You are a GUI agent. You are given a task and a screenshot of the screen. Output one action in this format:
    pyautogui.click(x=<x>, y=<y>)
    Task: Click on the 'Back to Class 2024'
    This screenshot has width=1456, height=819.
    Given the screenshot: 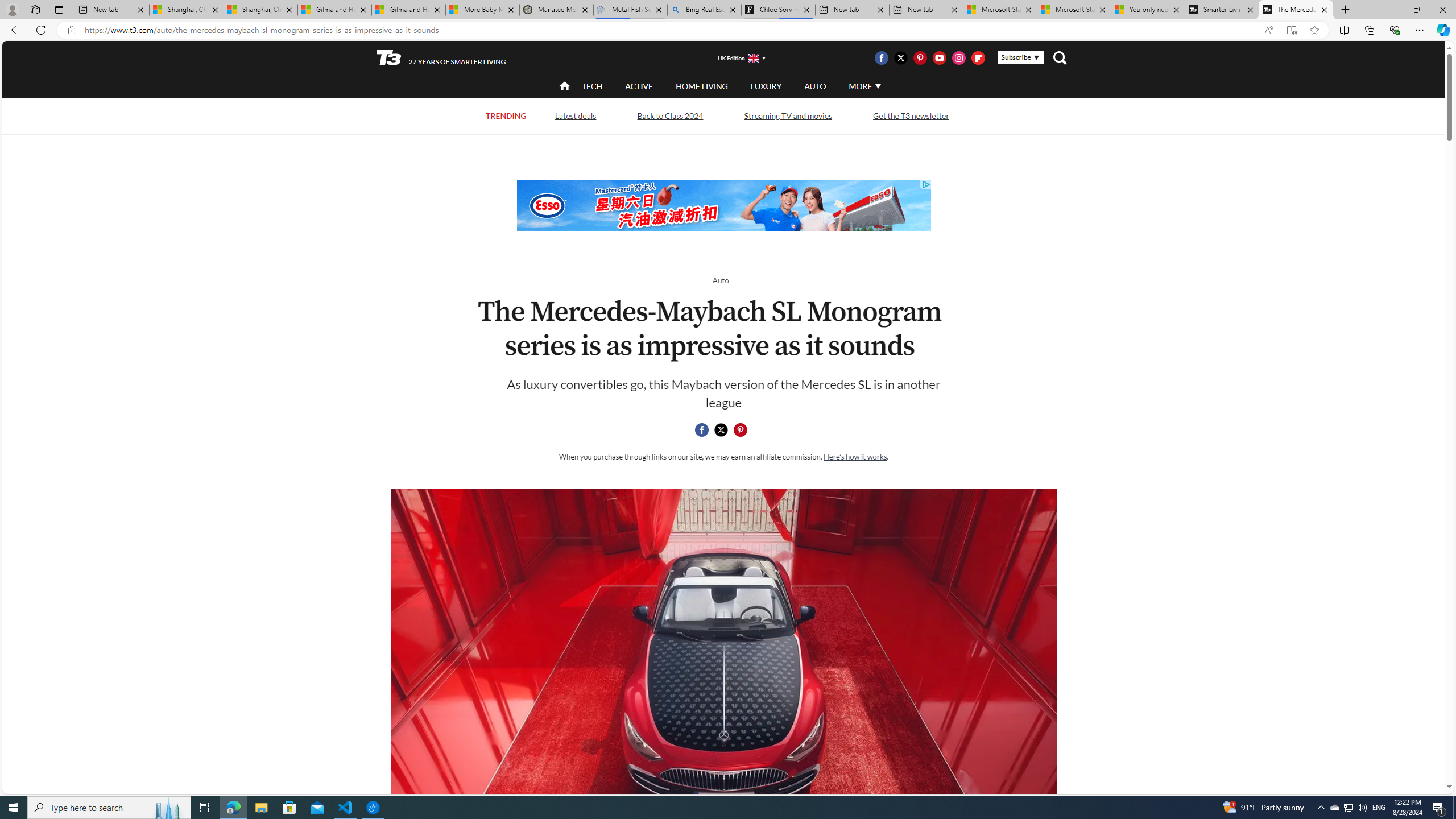 What is the action you would take?
    pyautogui.click(x=670, y=115)
    